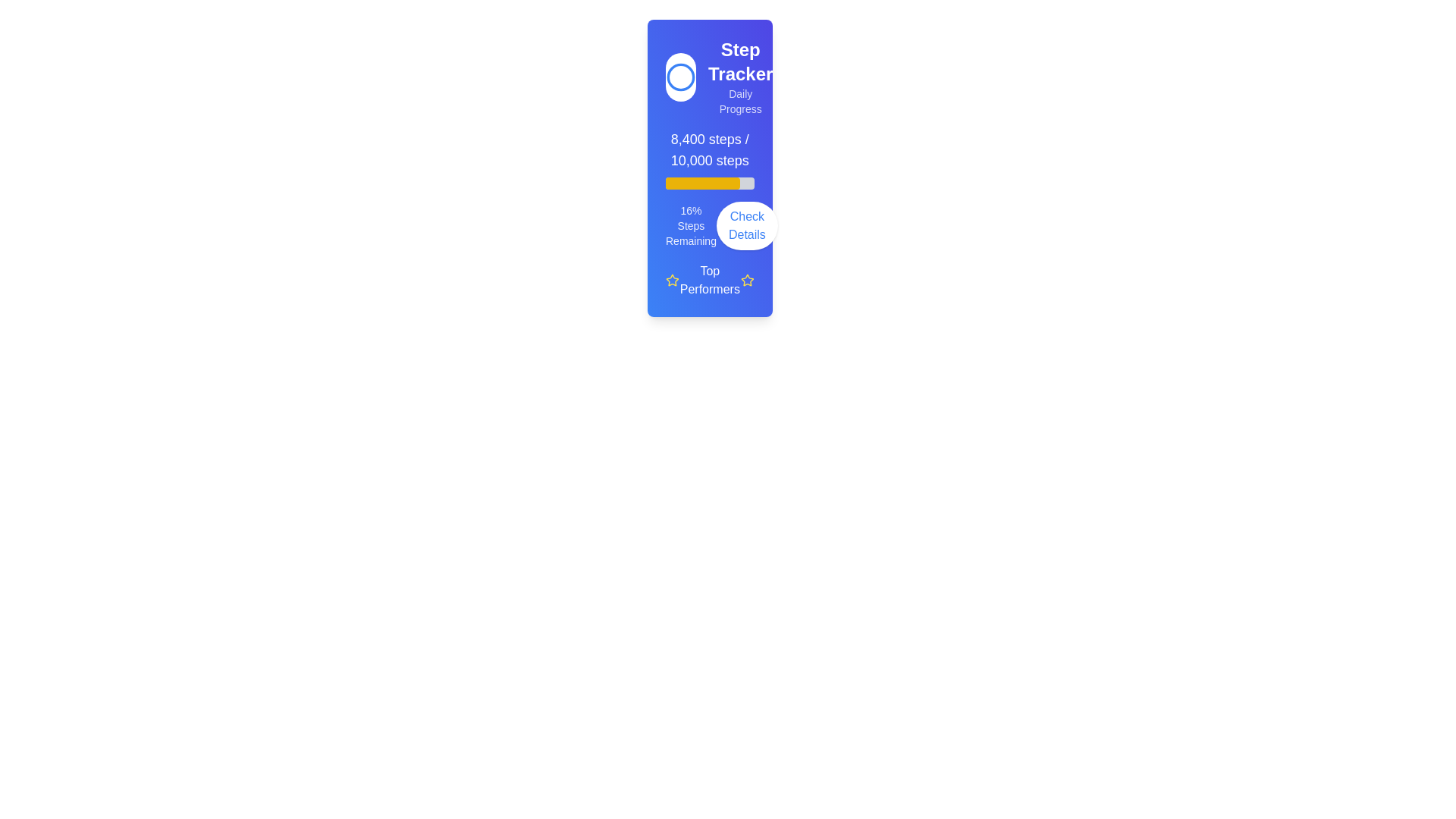  I want to click on the leftmost star-shaped icon in the 'Top Performers' section, which is styled with a yellow outline and no fill, so click(671, 281).